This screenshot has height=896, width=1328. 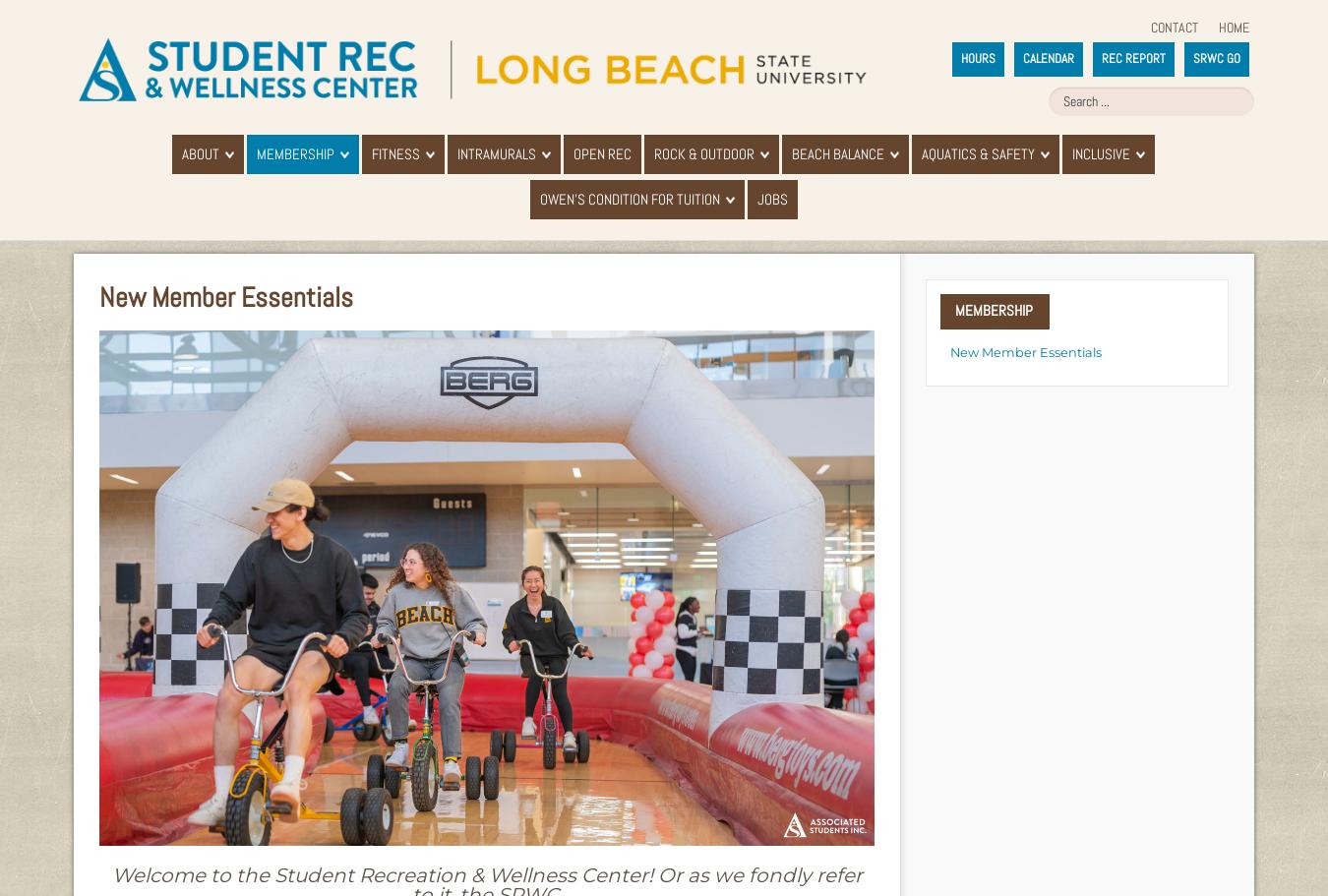 I want to click on 'Owen's Condition for Tuition', so click(x=629, y=198).